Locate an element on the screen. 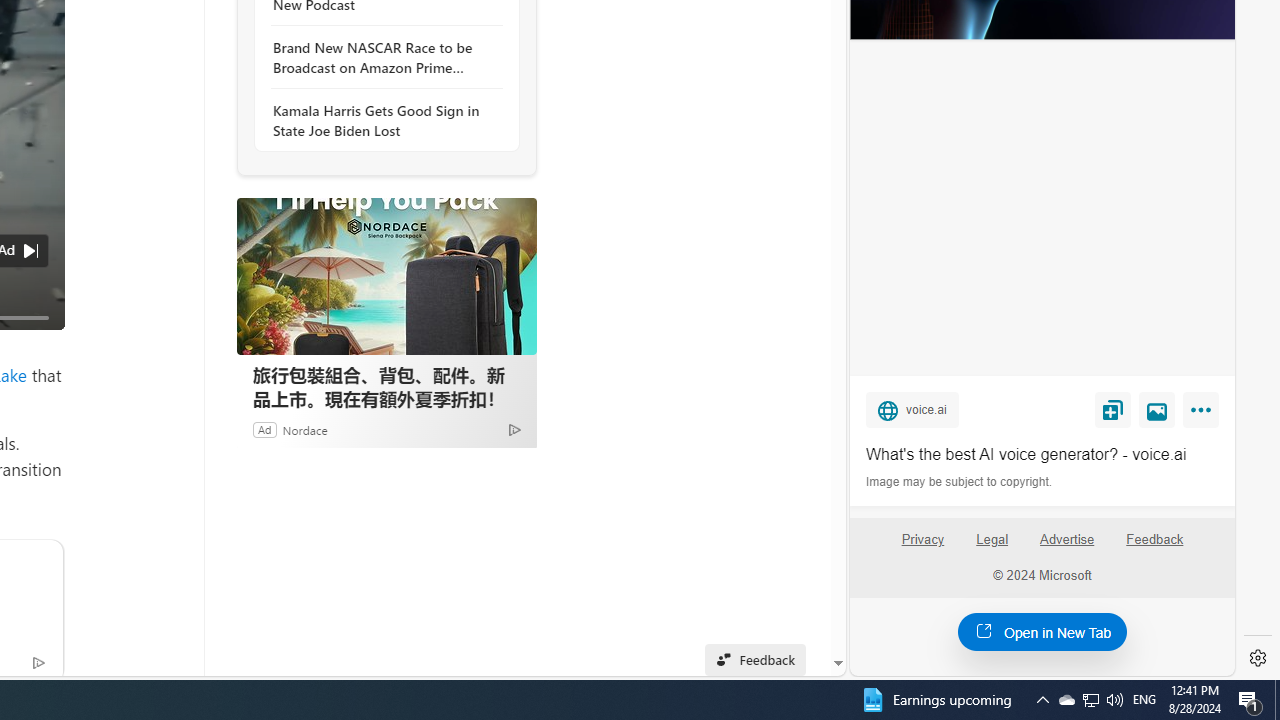  'More' is located at coordinates (1203, 412).